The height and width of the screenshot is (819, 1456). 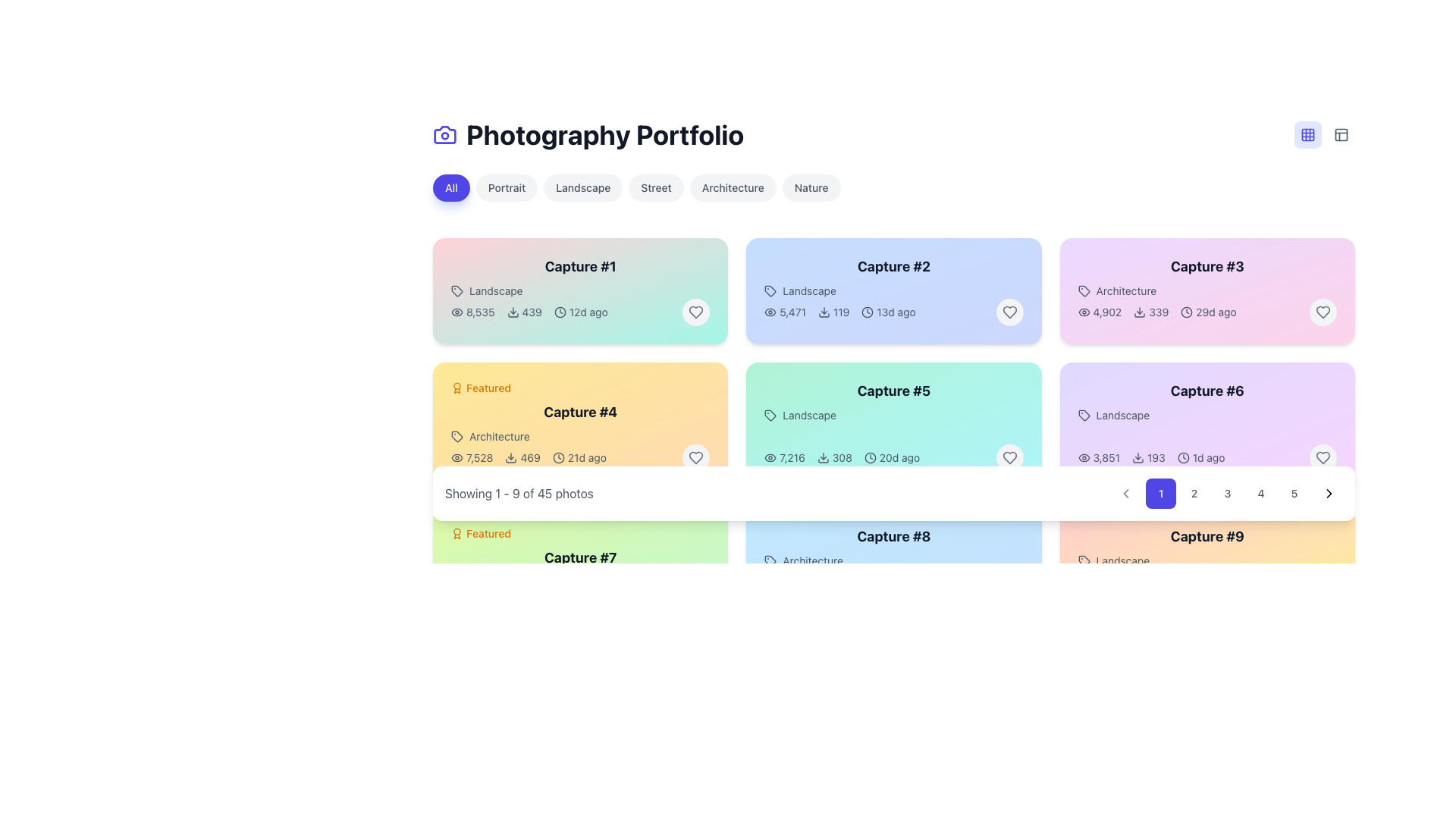 What do you see at coordinates (894, 312) in the screenshot?
I see `the Informational banner that displays the text '5,47111913d ago', located below the label 'Landscape' in the lower section of the card labeled 'Capture #2'` at bounding box center [894, 312].